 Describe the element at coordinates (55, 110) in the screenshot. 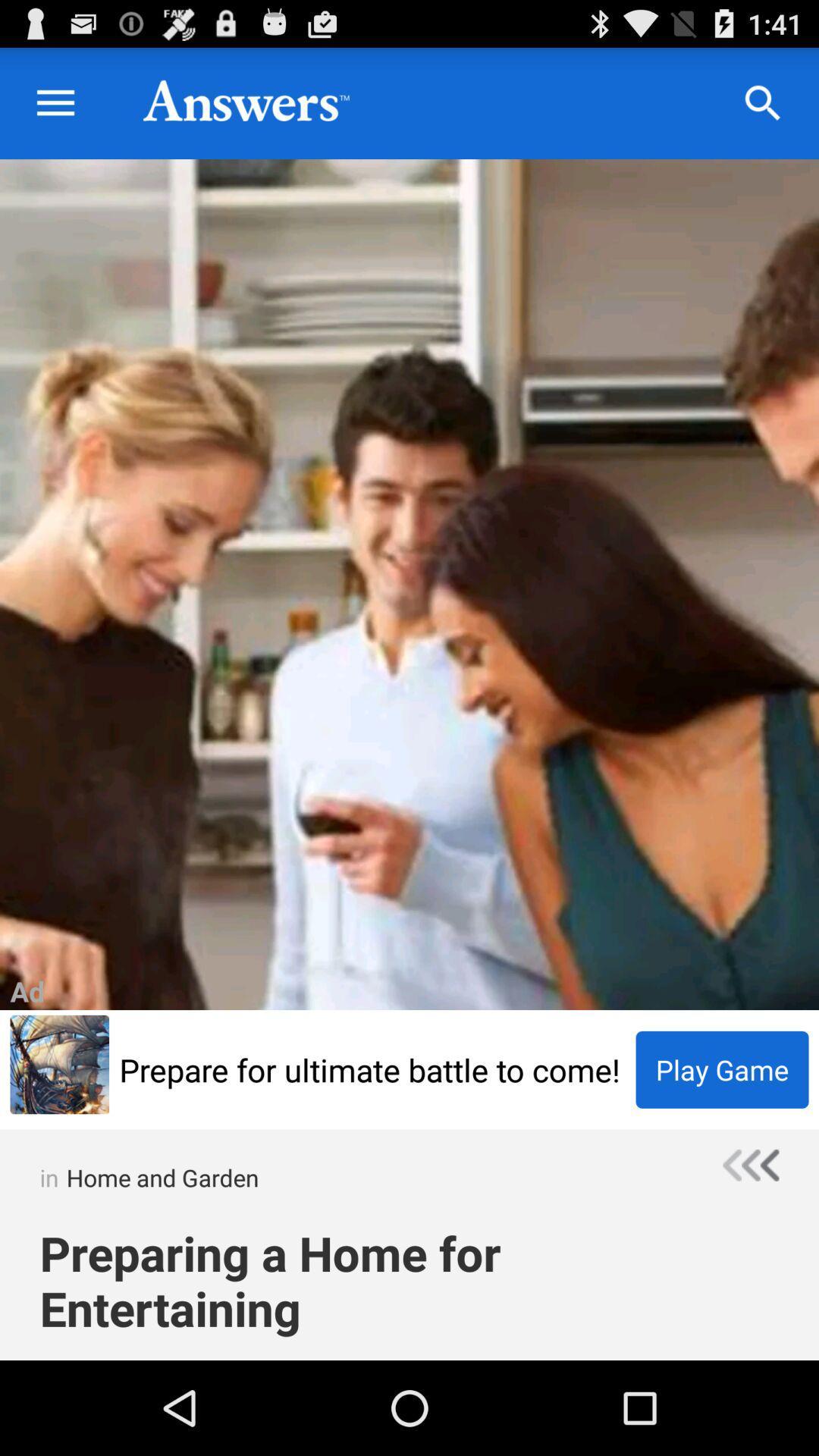

I see `the menu icon` at that location.